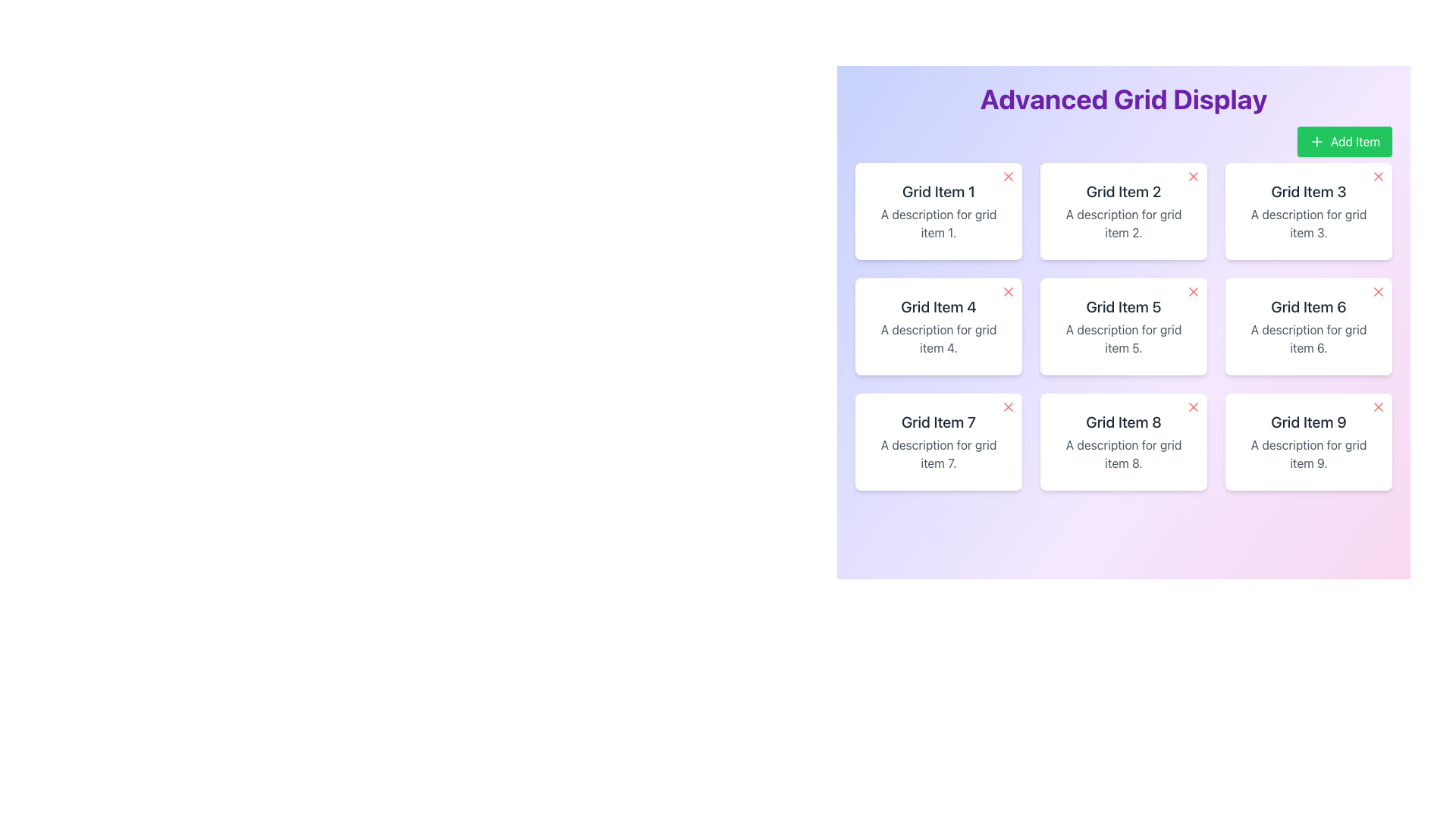 The width and height of the screenshot is (1456, 819). Describe the element at coordinates (1008, 292) in the screenshot. I see `the small red 'x' icon button located at the top-right corner of the card labeled 'Grid Item 4'` at that location.